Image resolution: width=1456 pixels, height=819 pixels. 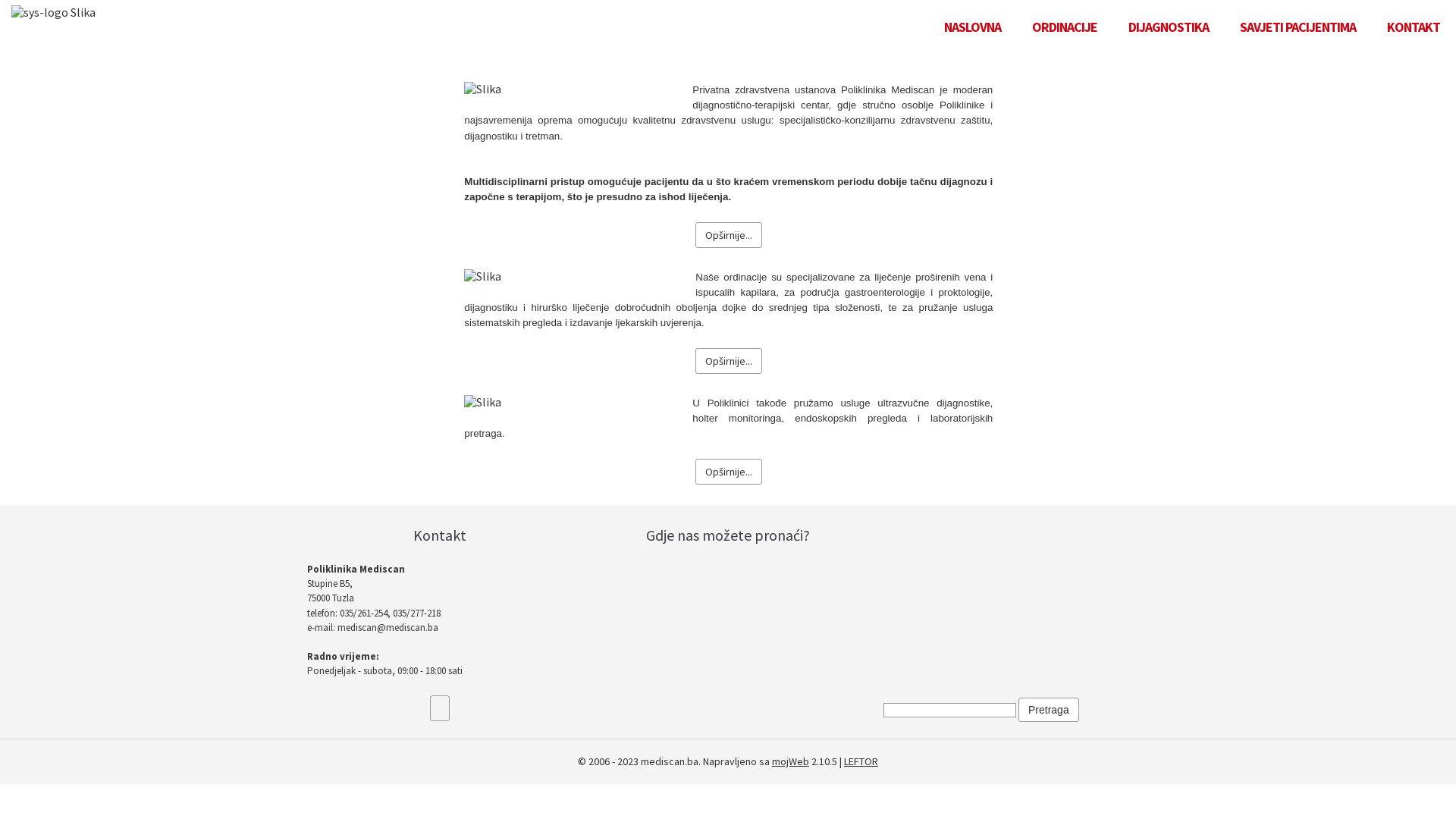 I want to click on 'LEFTOR', so click(x=861, y=761).